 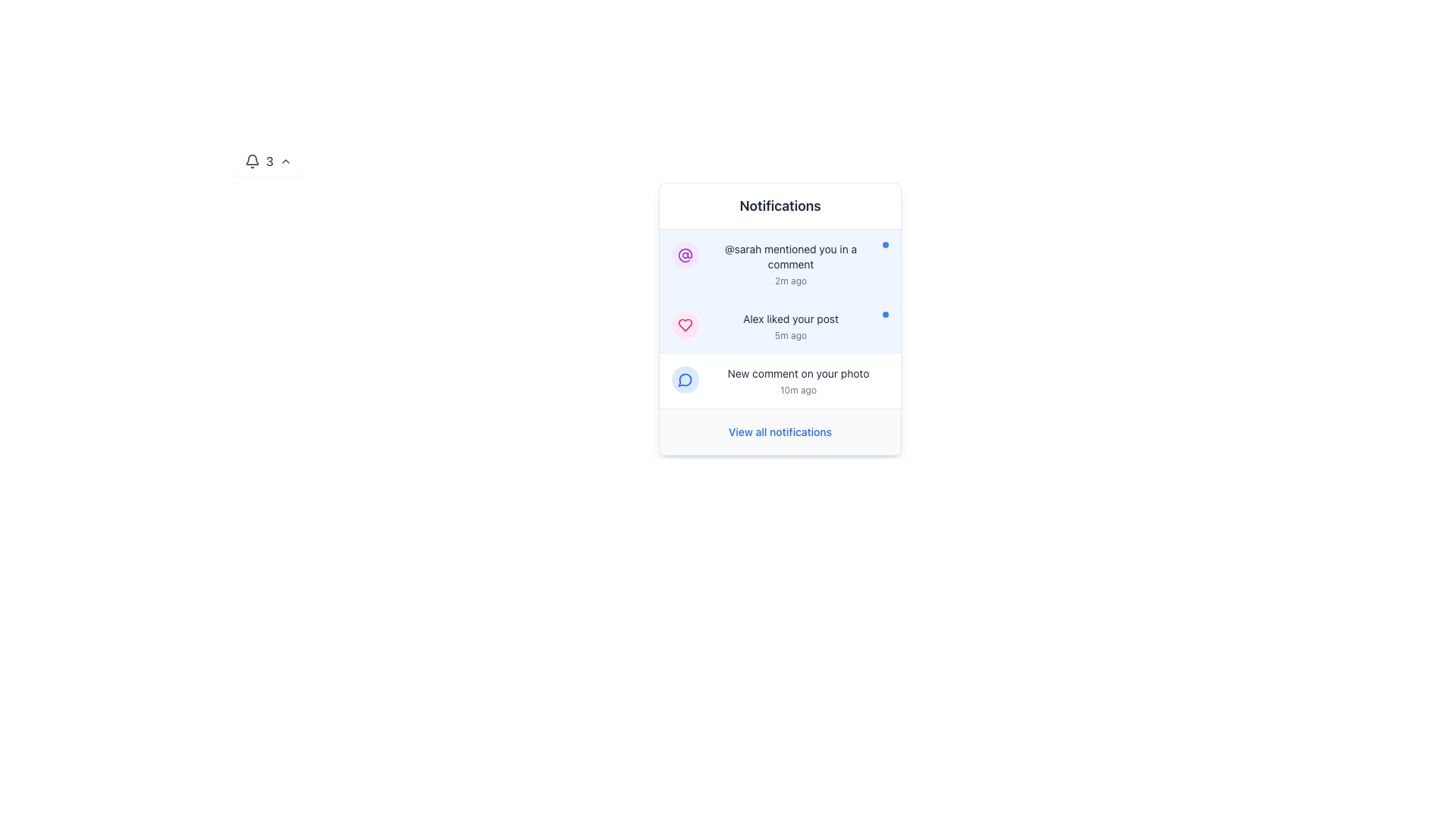 What do you see at coordinates (789, 256) in the screenshot?
I see `the text '@sarah mentioned you in a comment' located in the notification card at the top of the notification list` at bounding box center [789, 256].